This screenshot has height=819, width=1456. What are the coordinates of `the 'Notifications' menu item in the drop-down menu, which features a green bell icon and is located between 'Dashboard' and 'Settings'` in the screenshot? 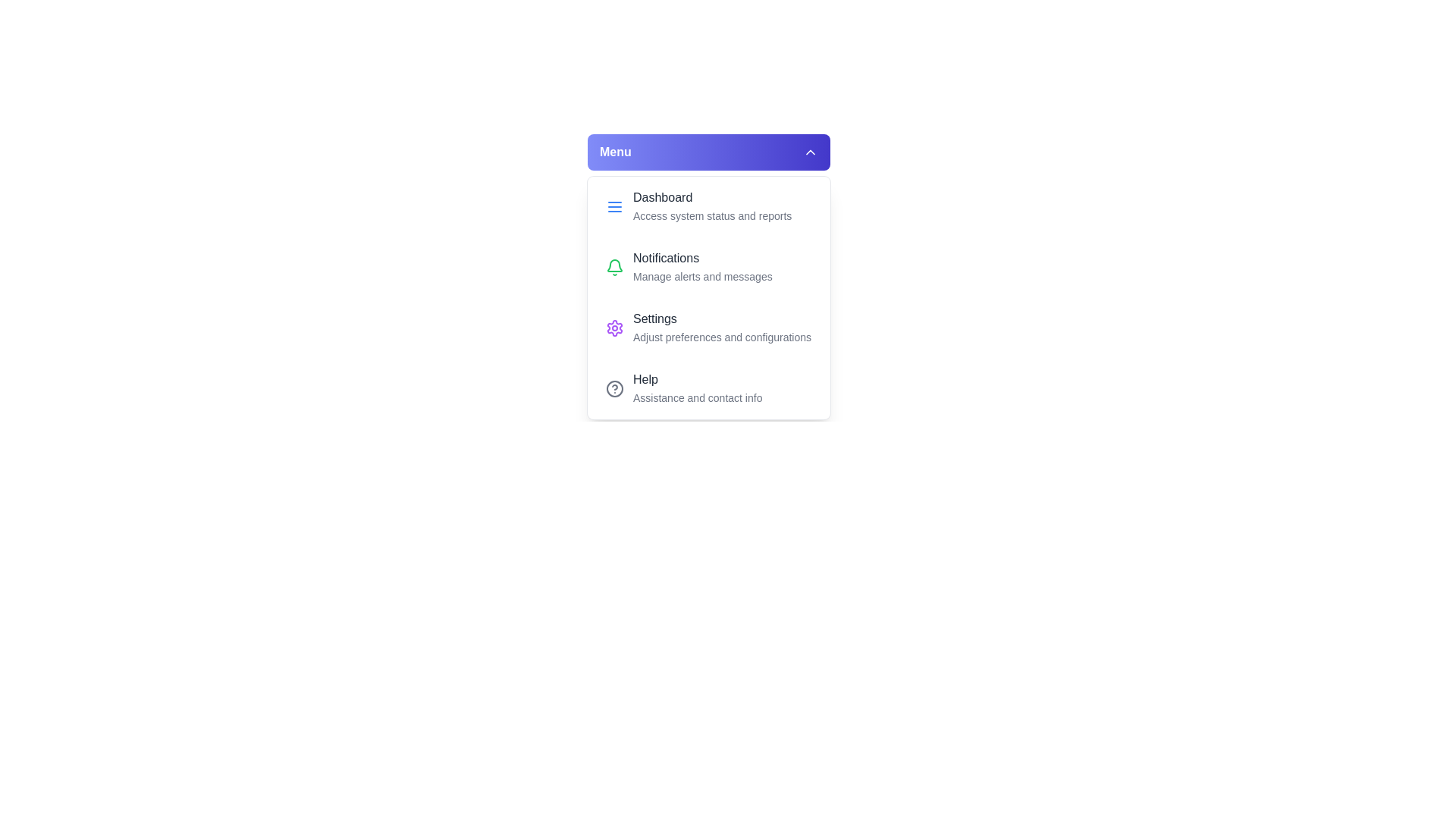 It's located at (708, 267).